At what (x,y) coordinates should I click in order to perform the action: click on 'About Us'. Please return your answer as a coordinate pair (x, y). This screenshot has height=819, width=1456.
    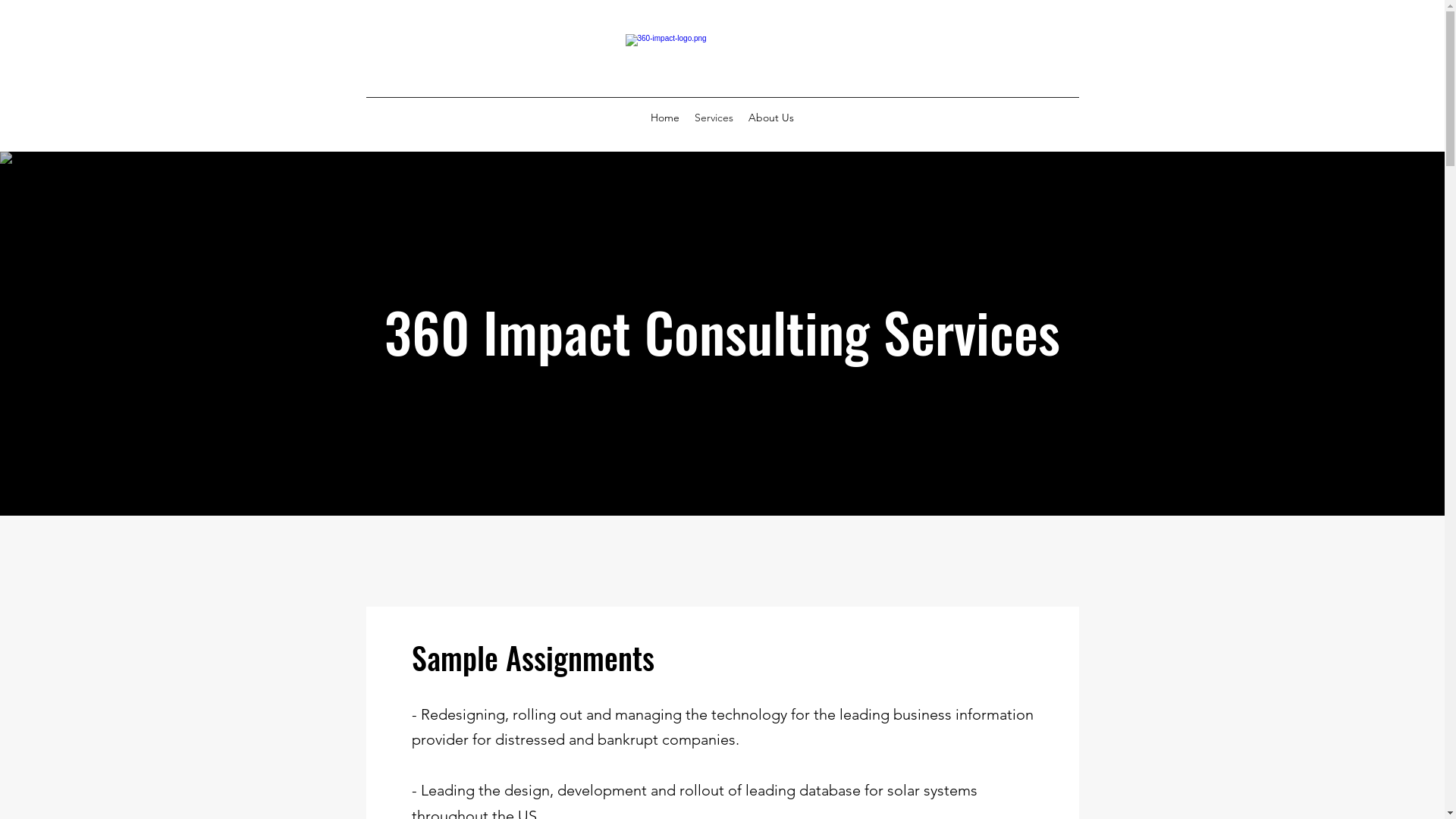
    Looking at the image, I should click on (771, 116).